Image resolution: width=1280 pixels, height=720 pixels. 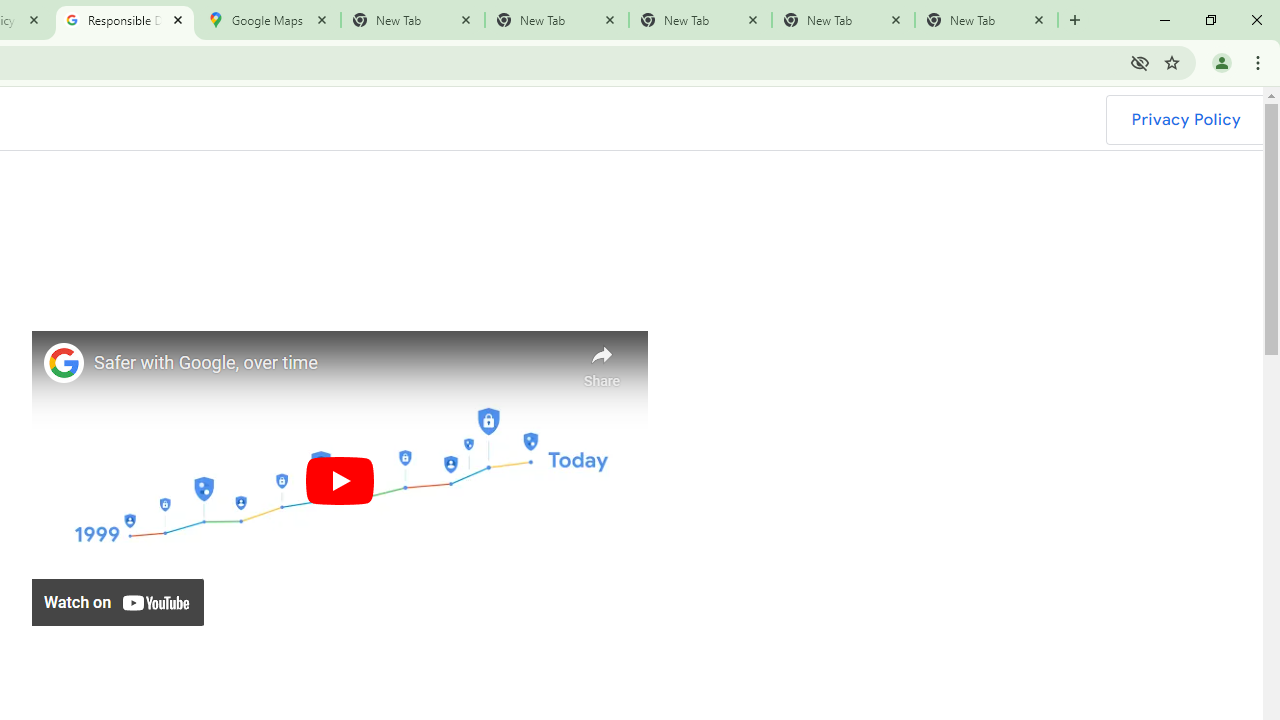 What do you see at coordinates (1165, 20) in the screenshot?
I see `'Minimize'` at bounding box center [1165, 20].